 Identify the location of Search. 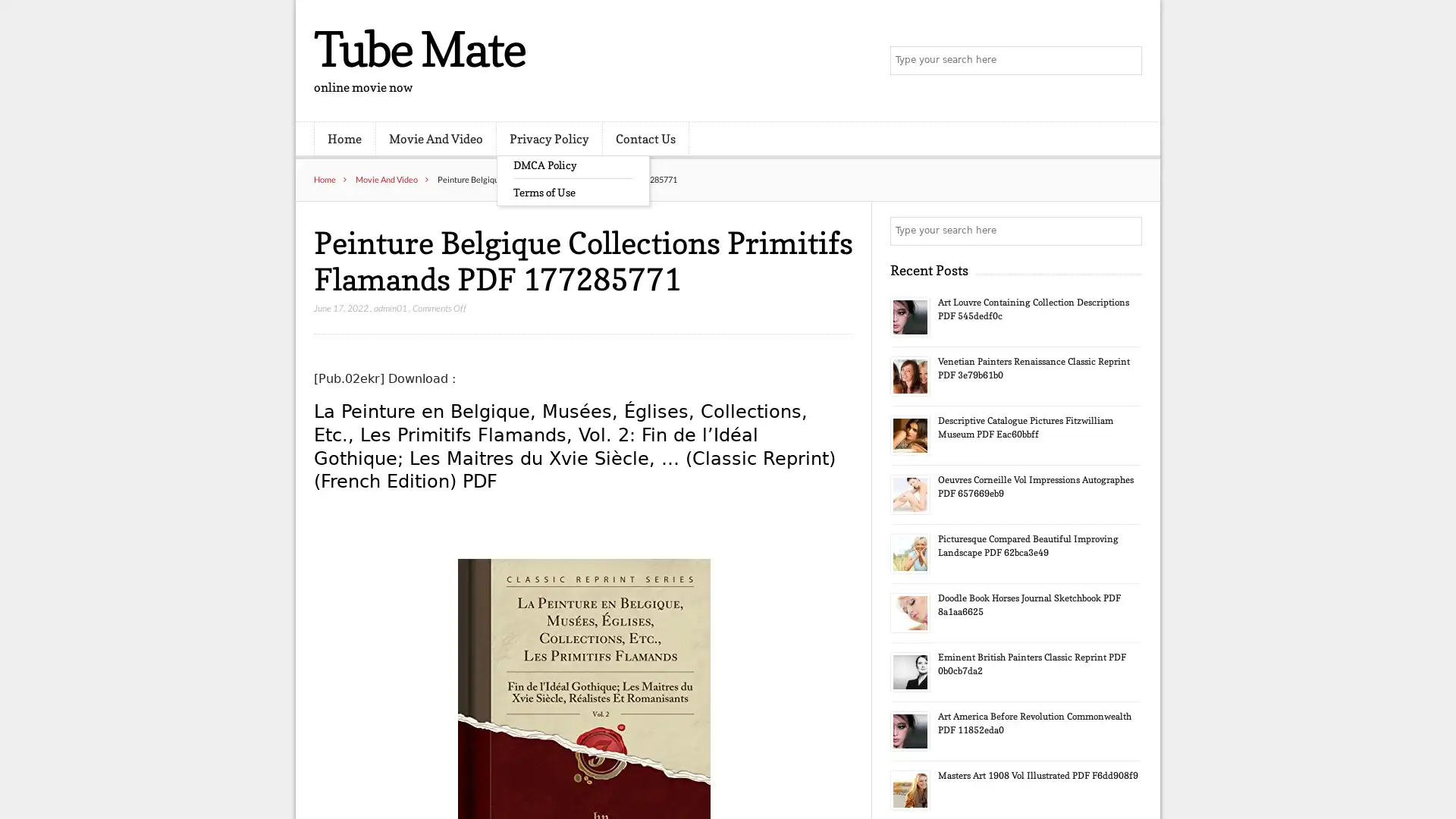
(1126, 231).